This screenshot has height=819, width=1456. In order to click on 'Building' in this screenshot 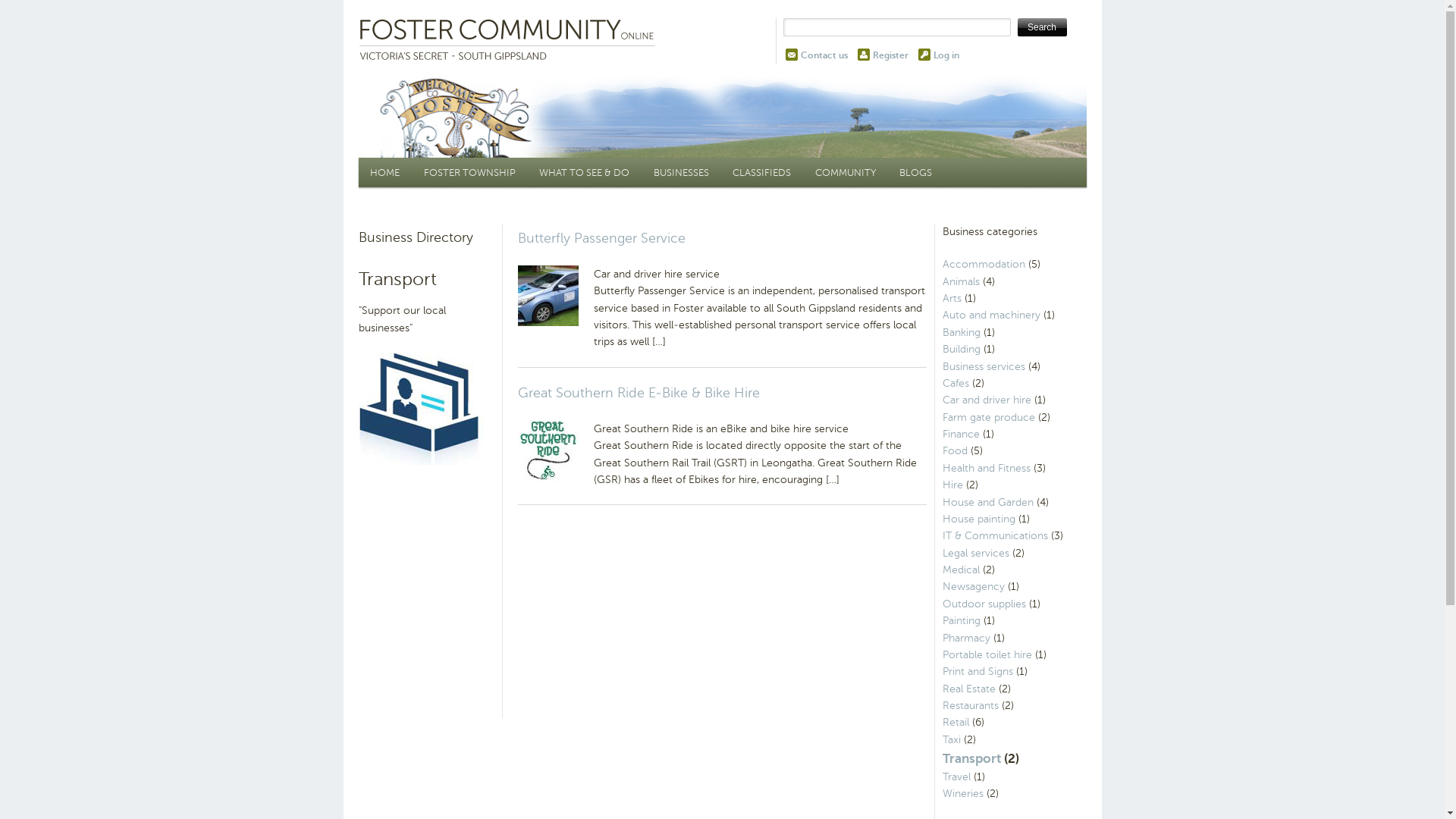, I will do `click(941, 349)`.